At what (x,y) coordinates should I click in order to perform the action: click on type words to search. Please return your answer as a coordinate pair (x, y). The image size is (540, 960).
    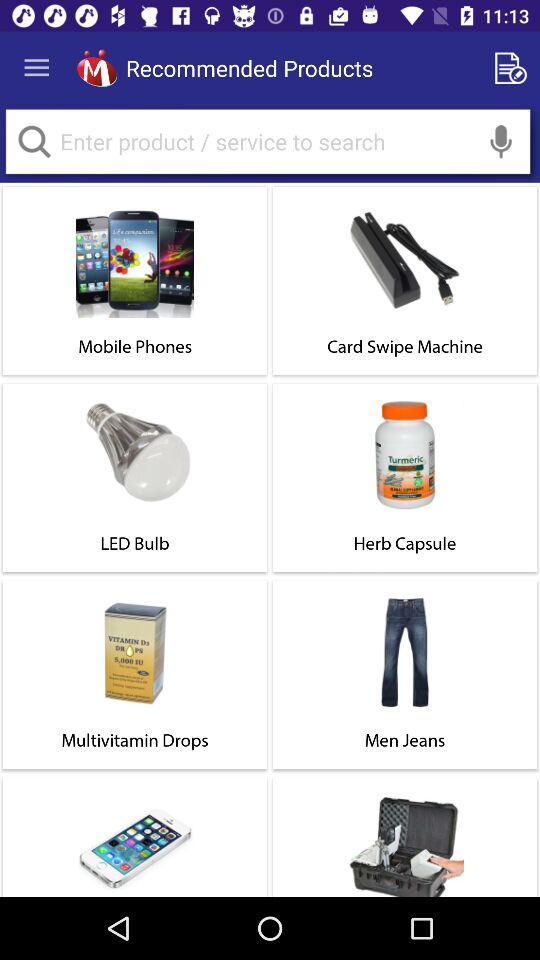
    Looking at the image, I should click on (267, 140).